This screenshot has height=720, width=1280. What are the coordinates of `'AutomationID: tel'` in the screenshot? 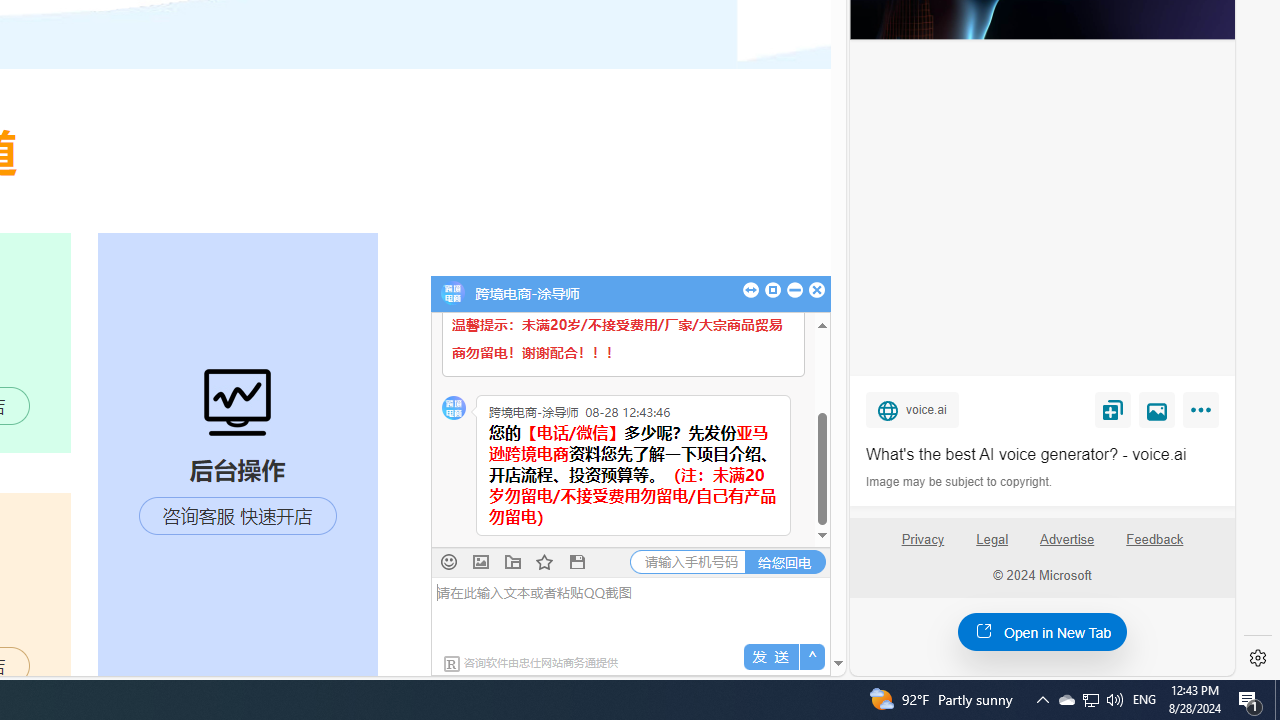 It's located at (688, 561).